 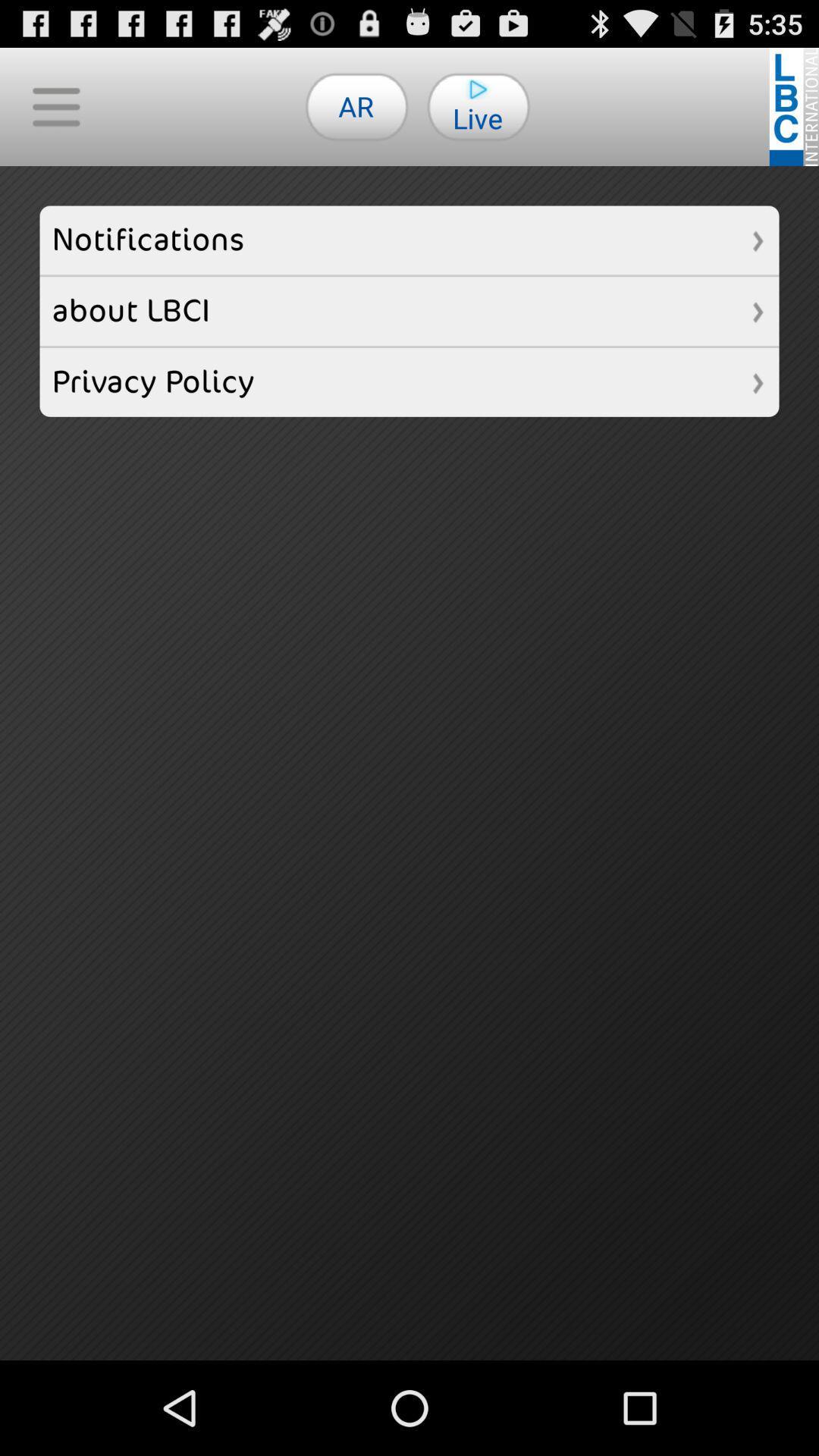 What do you see at coordinates (55, 105) in the screenshot?
I see `button above the notifications` at bounding box center [55, 105].